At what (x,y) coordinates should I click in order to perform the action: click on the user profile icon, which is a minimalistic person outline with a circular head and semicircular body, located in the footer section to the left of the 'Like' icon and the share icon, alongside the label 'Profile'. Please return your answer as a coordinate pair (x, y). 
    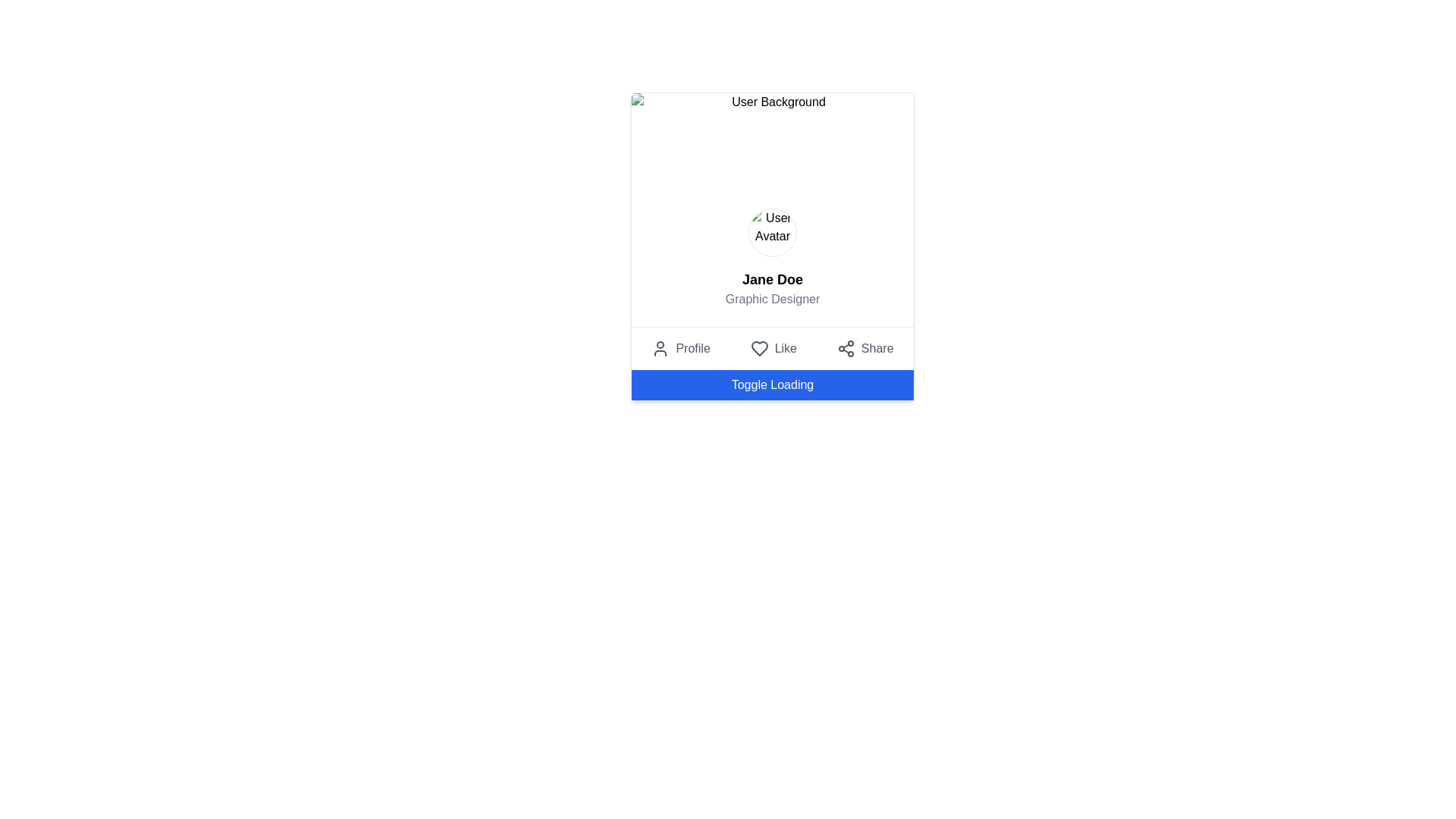
    Looking at the image, I should click on (661, 348).